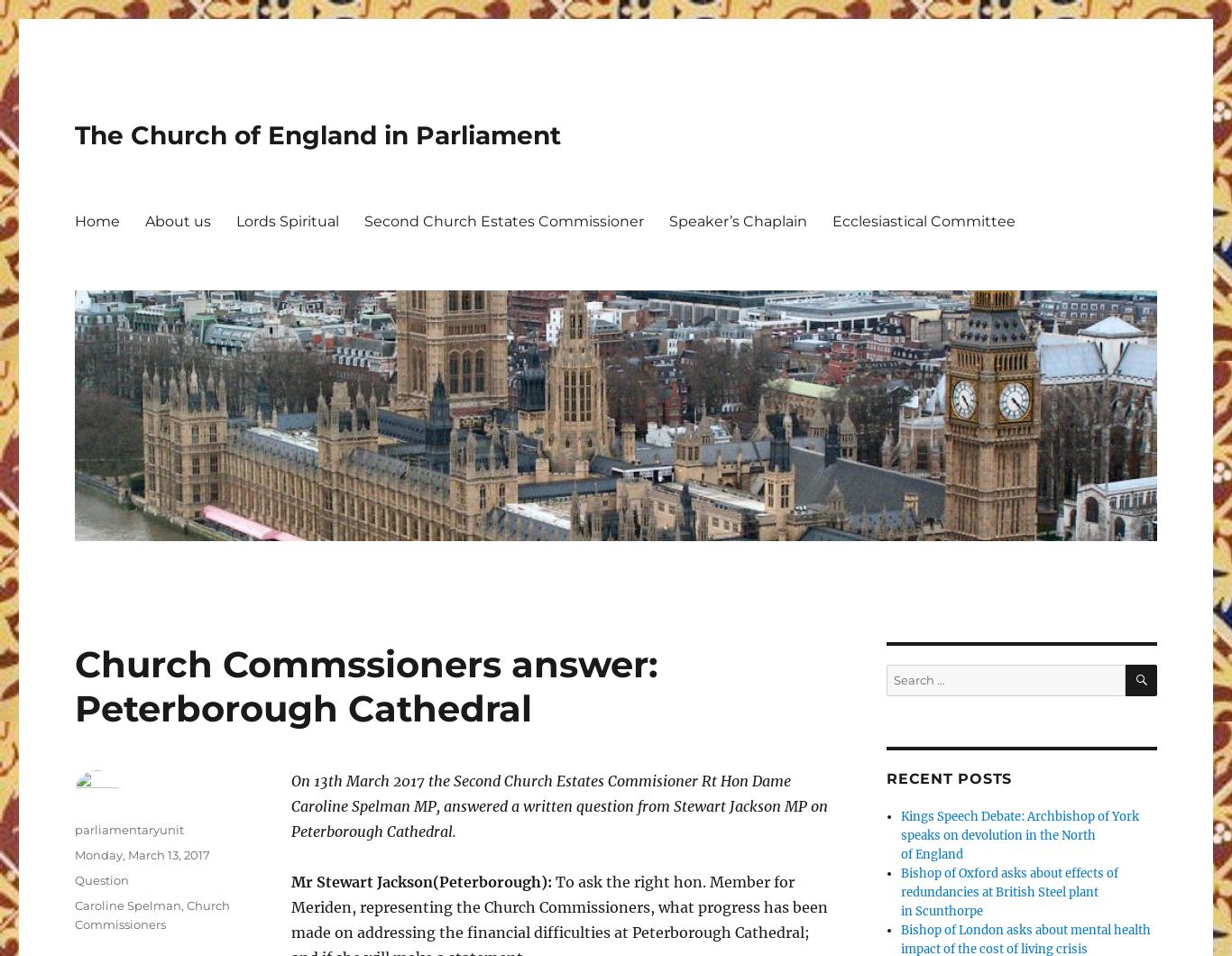 This screenshot has width=1232, height=956. I want to click on 'Church Commissioners', so click(151, 914).